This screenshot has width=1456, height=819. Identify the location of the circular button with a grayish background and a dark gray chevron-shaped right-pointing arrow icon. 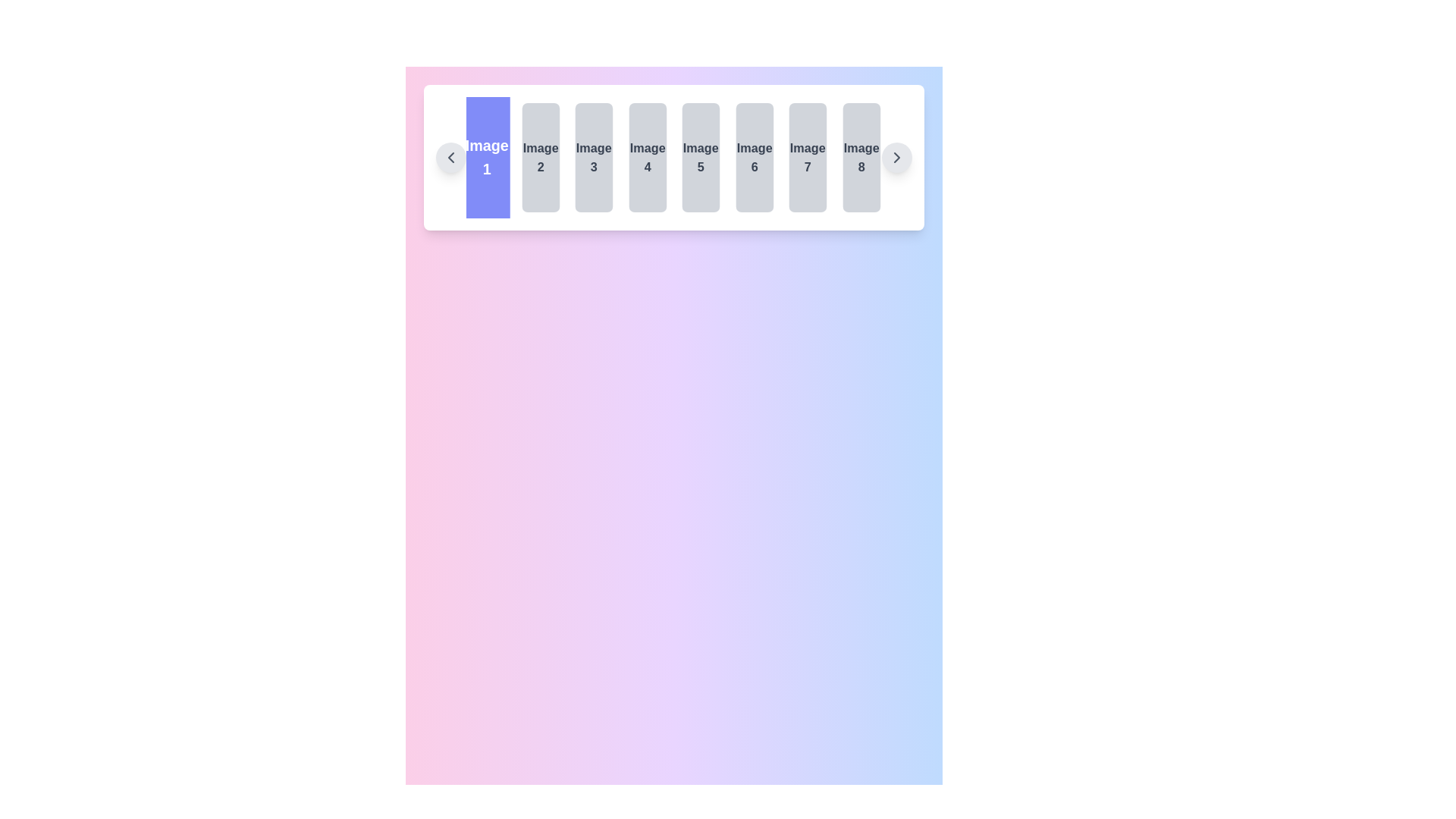
(896, 158).